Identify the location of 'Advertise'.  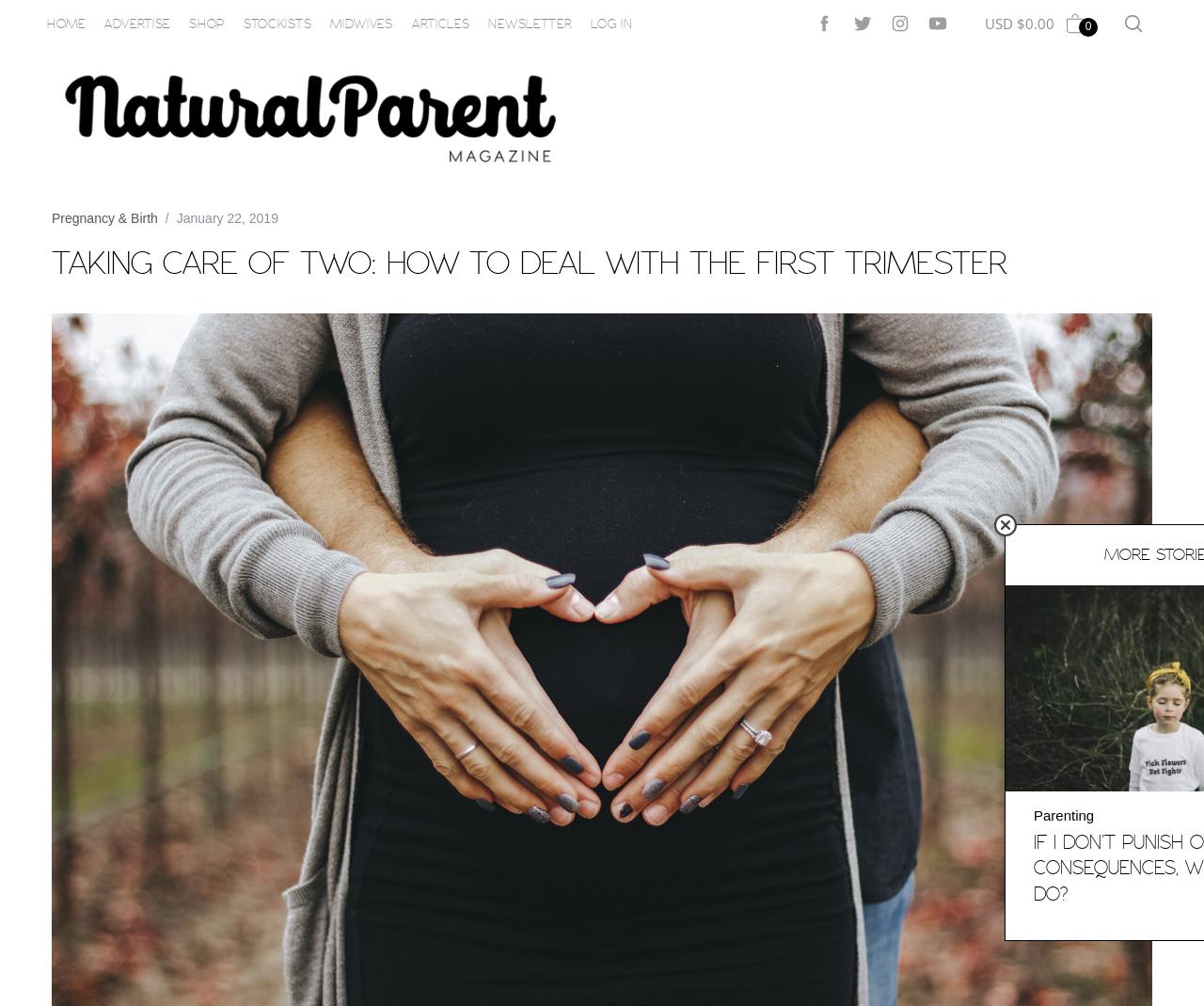
(135, 22).